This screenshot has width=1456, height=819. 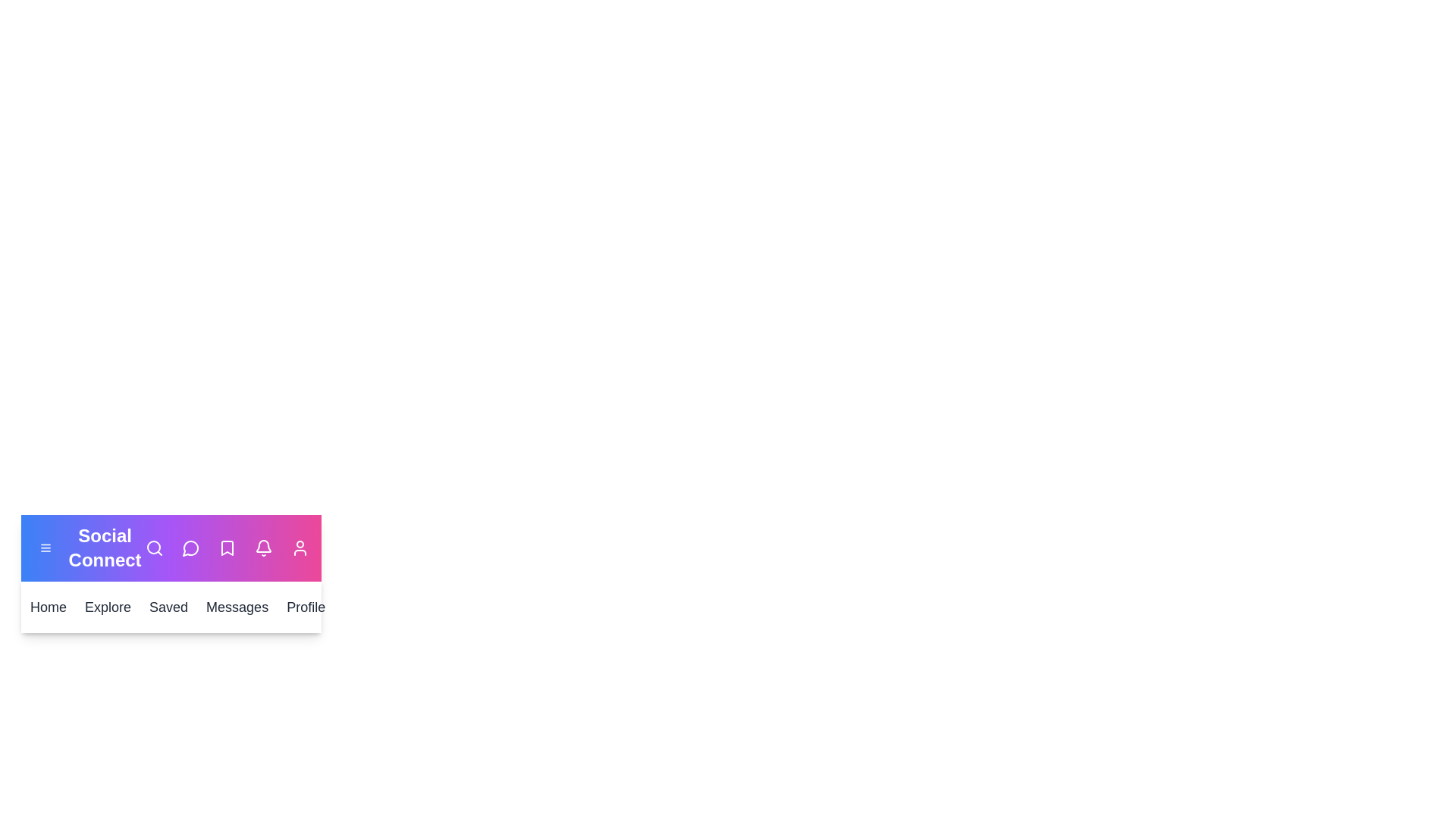 I want to click on the Explore button to navigate to the Explore section, so click(x=107, y=607).